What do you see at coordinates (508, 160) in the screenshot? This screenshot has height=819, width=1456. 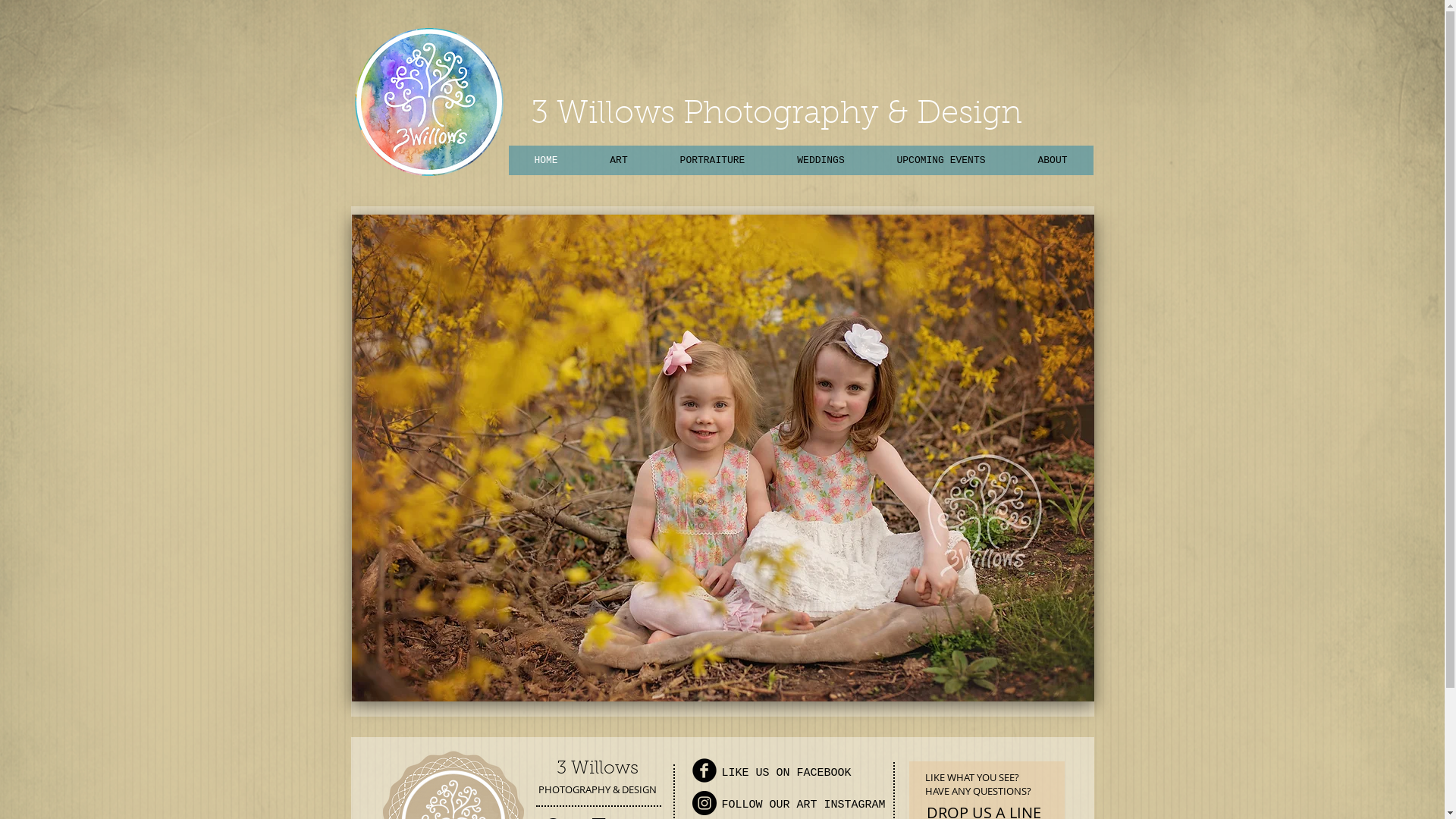 I see `'HOME'` at bounding box center [508, 160].